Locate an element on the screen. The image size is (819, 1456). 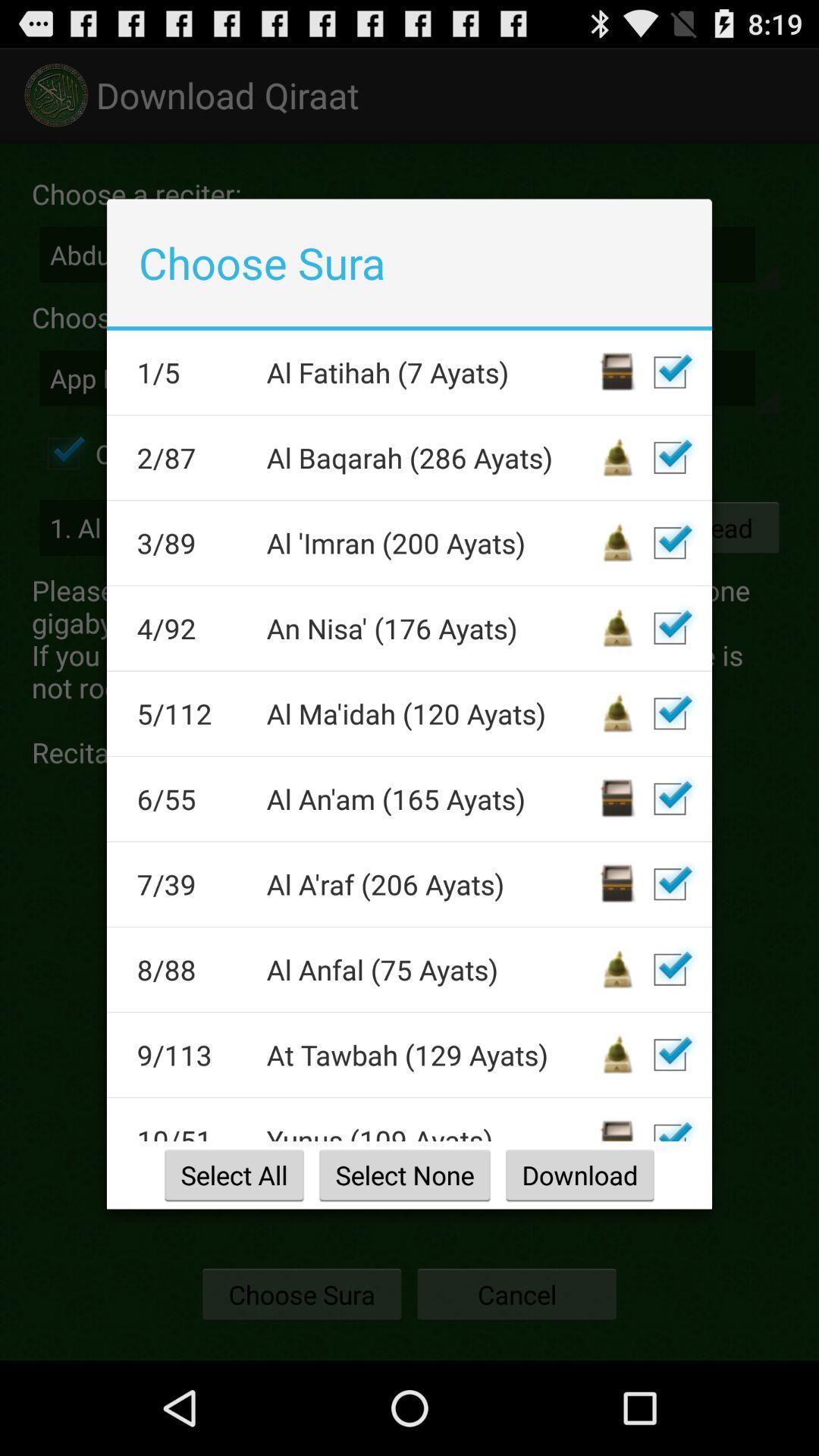
mark for deletion is located at coordinates (669, 713).